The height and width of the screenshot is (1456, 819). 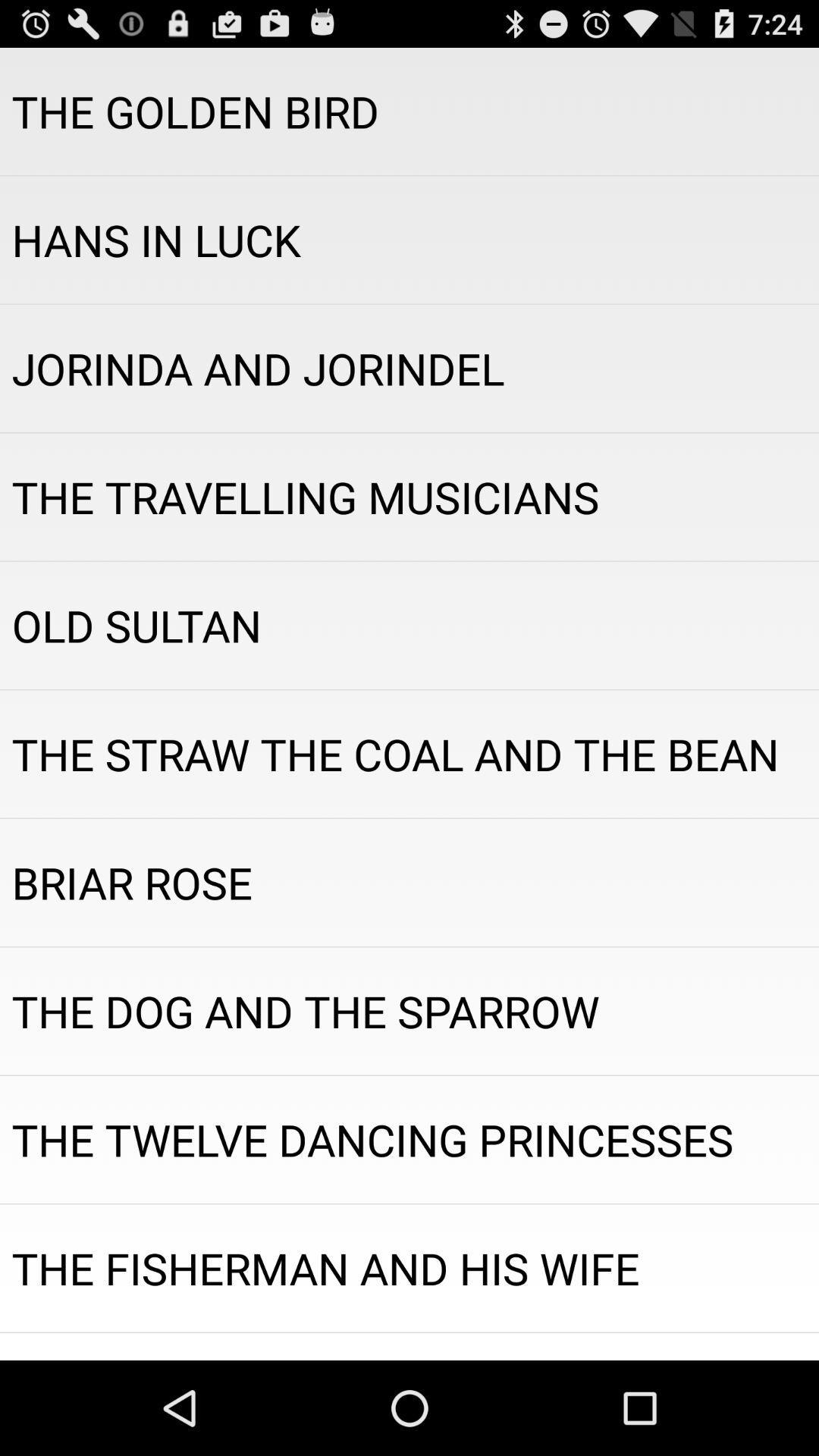 What do you see at coordinates (409, 1139) in the screenshot?
I see `icon above the fisherman and app` at bounding box center [409, 1139].